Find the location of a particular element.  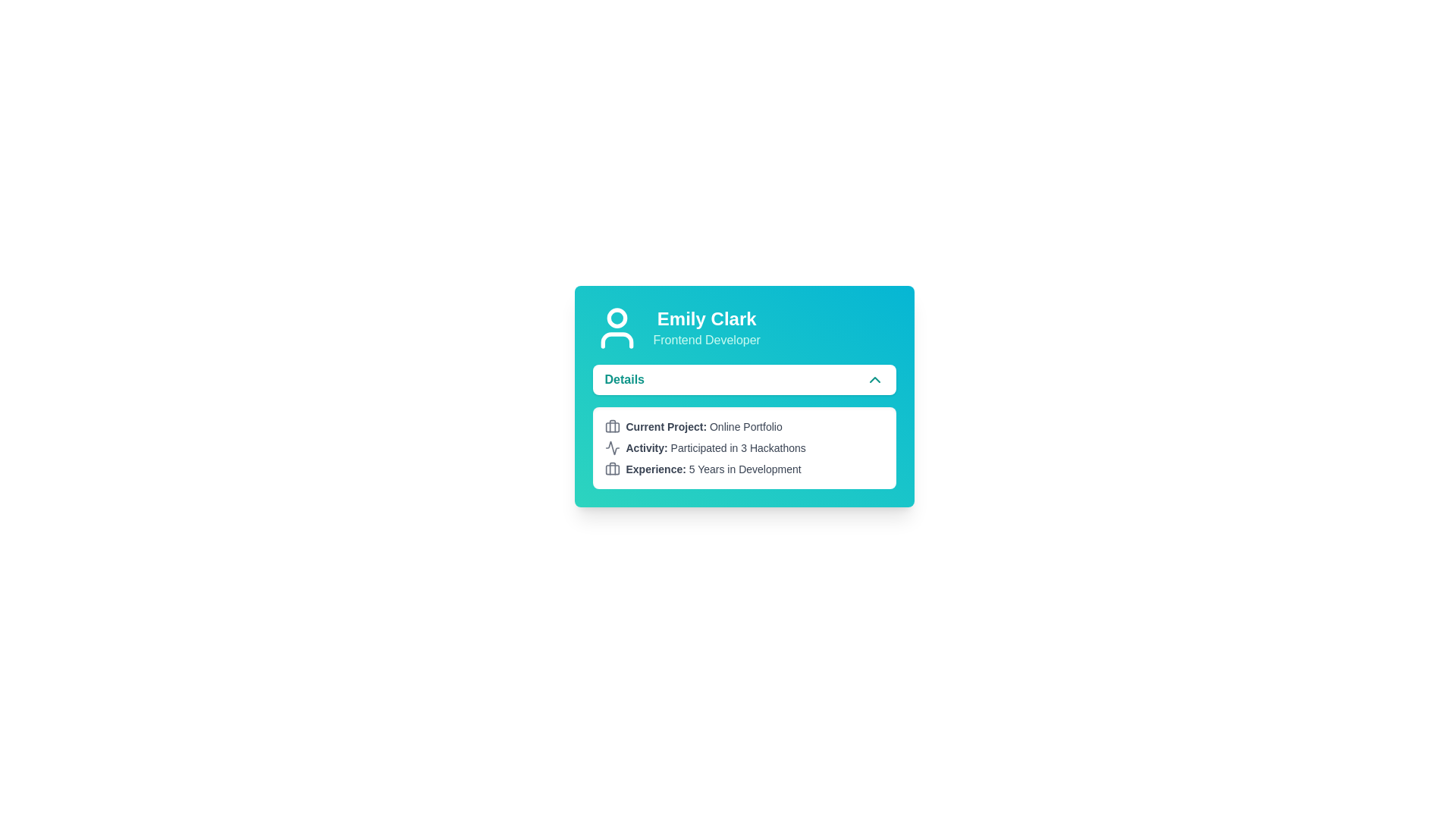

the informational Text Label that indicates participation in three hackathons, located in the middle of a vertical list within a card layout is located at coordinates (715, 447).